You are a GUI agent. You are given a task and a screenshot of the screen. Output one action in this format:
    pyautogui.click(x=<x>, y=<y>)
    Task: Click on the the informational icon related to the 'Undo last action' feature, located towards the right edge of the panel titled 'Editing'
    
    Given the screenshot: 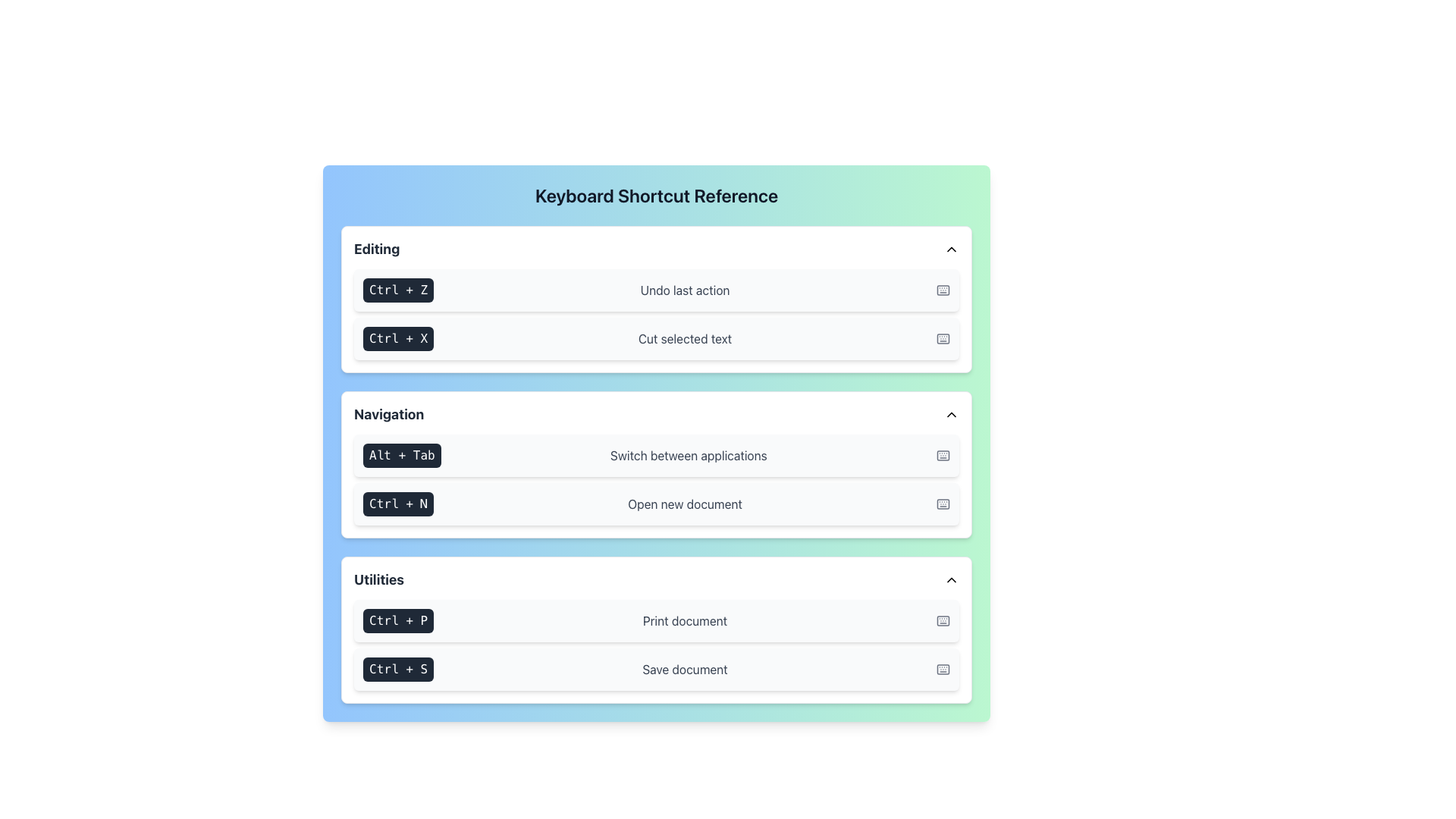 What is the action you would take?
    pyautogui.click(x=942, y=290)
    